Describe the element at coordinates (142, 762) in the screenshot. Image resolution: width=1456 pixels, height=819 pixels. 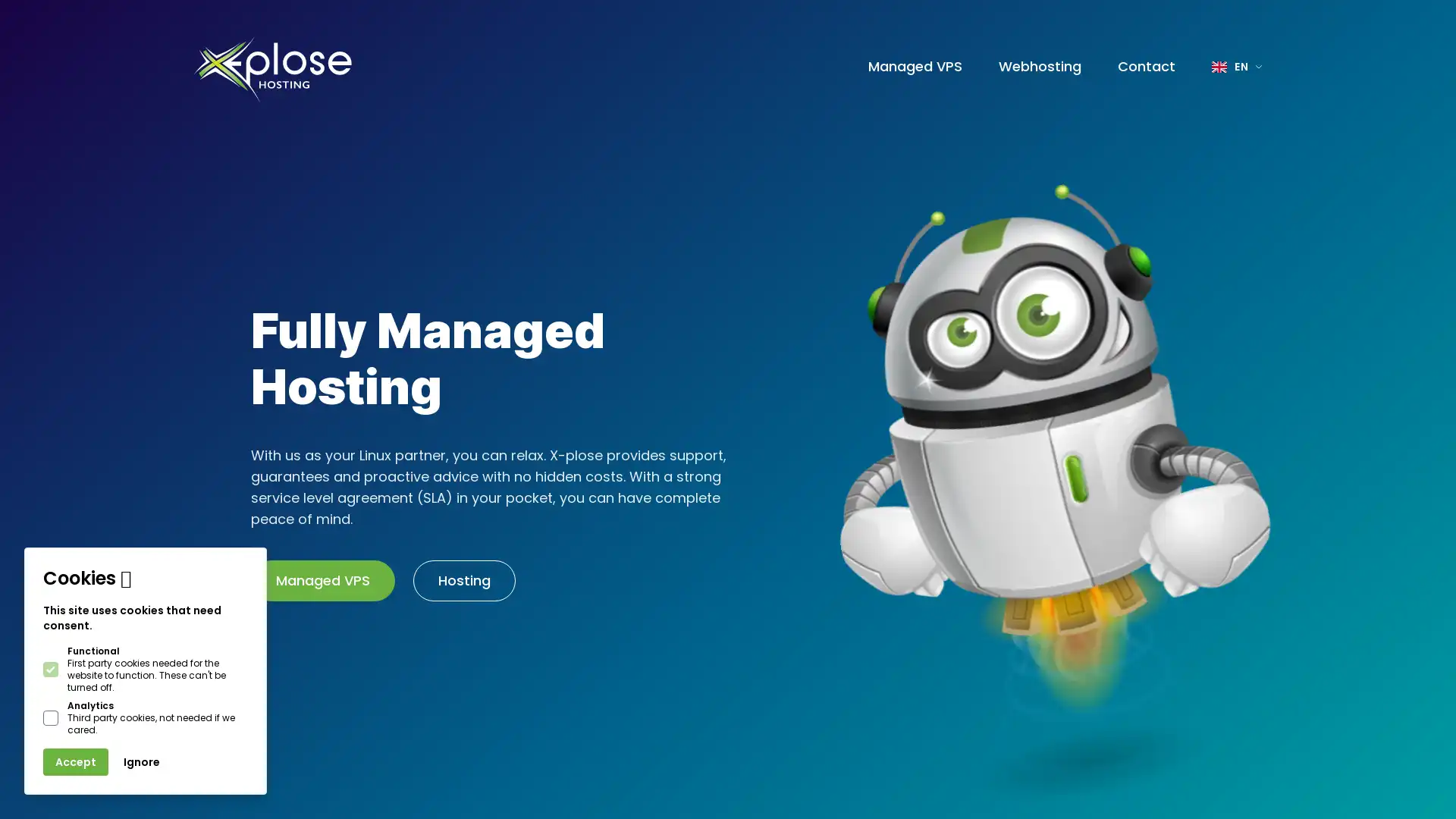
I see `Ignore` at that location.